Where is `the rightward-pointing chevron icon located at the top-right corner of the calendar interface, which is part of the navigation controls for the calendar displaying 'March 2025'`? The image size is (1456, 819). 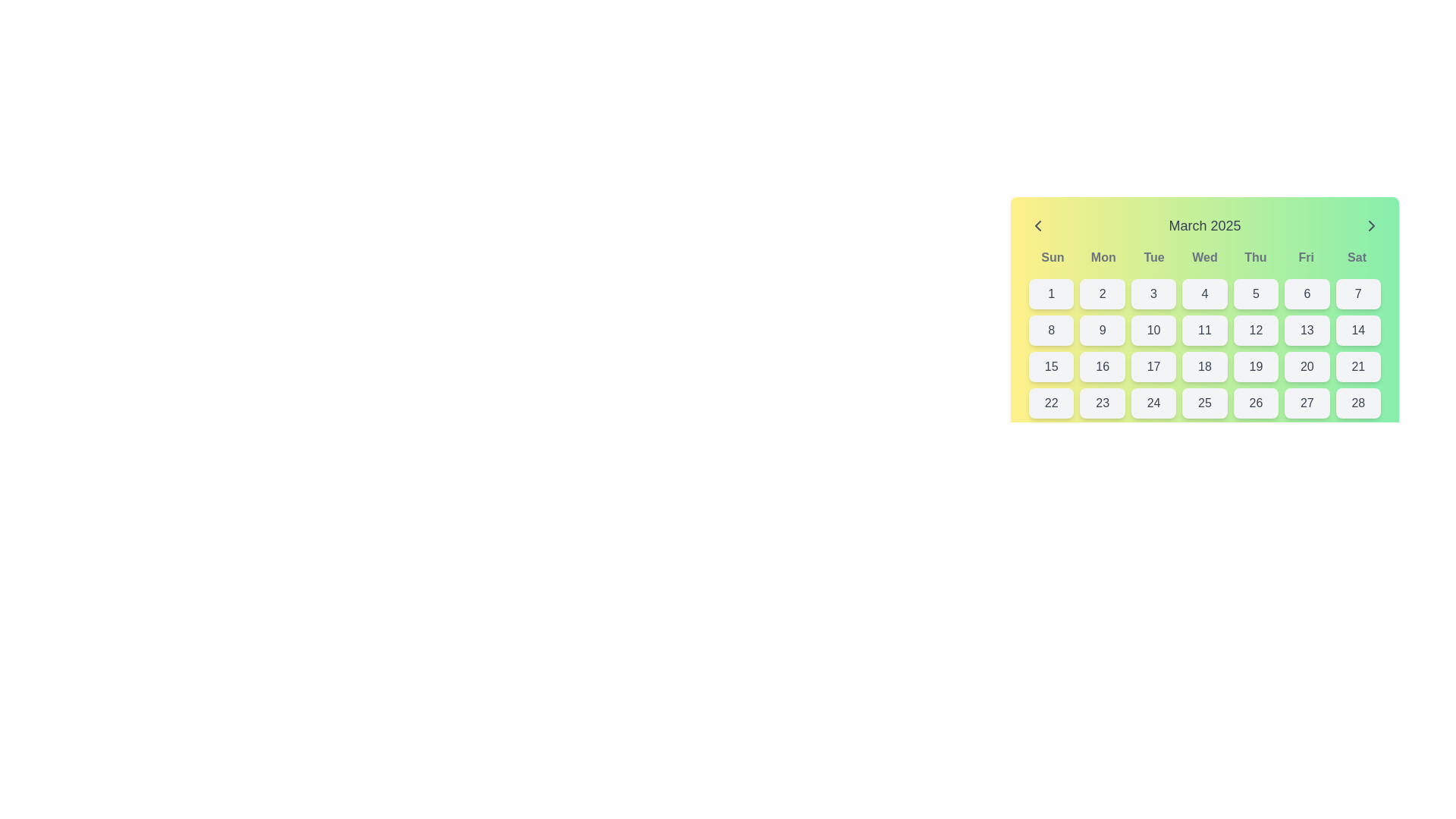
the rightward-pointing chevron icon located at the top-right corner of the calendar interface, which is part of the navigation controls for the calendar displaying 'March 2025' is located at coordinates (1372, 225).